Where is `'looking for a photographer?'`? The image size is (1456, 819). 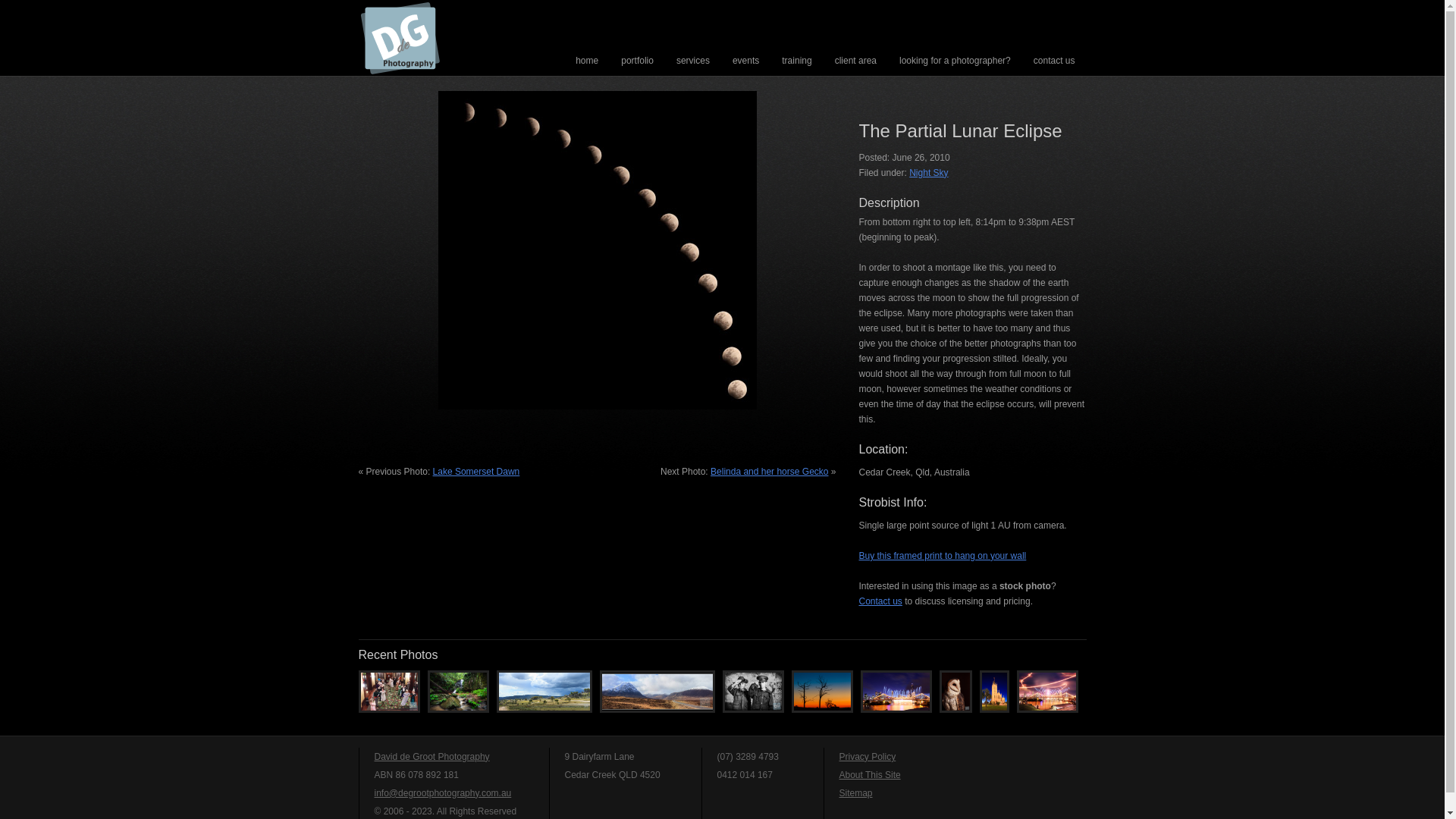
'looking for a photographer?' is located at coordinates (954, 61).